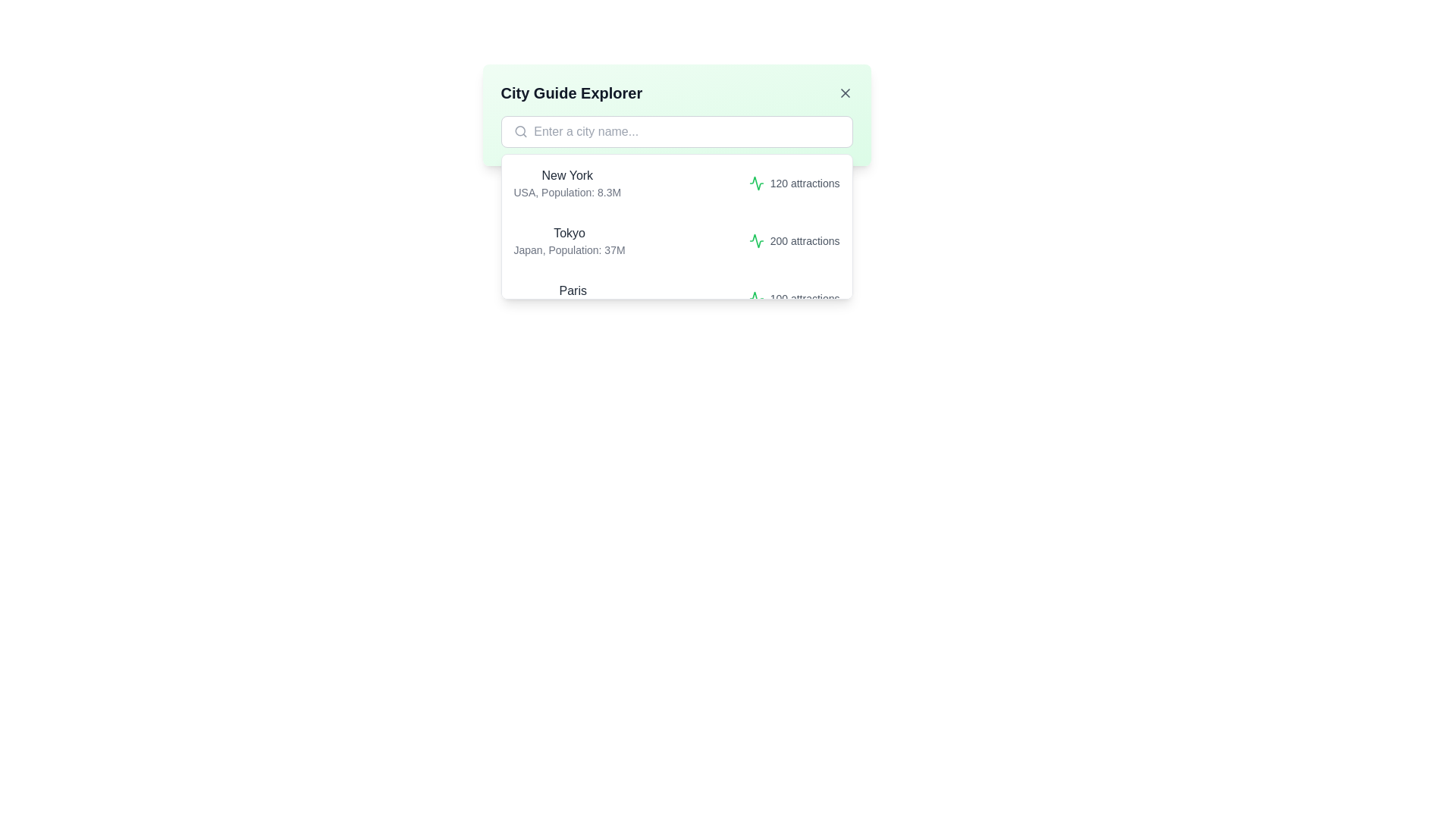 Image resolution: width=1456 pixels, height=819 pixels. I want to click on the text label that reads 'Japan, Population: 37M', which is styled in a smaller gray font and located directly beneath 'Tokyo', so click(569, 249).